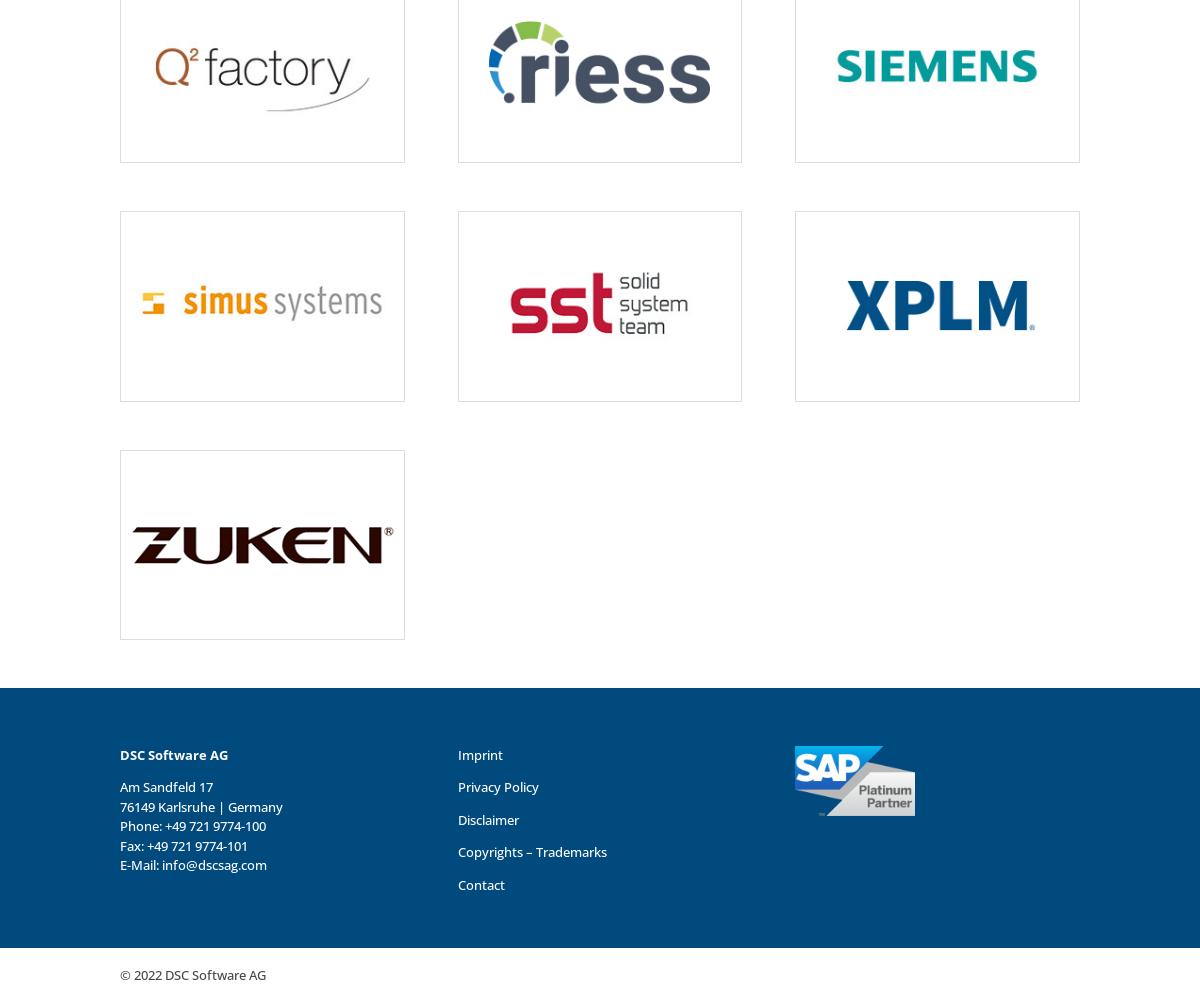 The width and height of the screenshot is (1200, 1003). Describe the element at coordinates (191, 974) in the screenshot. I see `'© 2022 DSC Software AG'` at that location.